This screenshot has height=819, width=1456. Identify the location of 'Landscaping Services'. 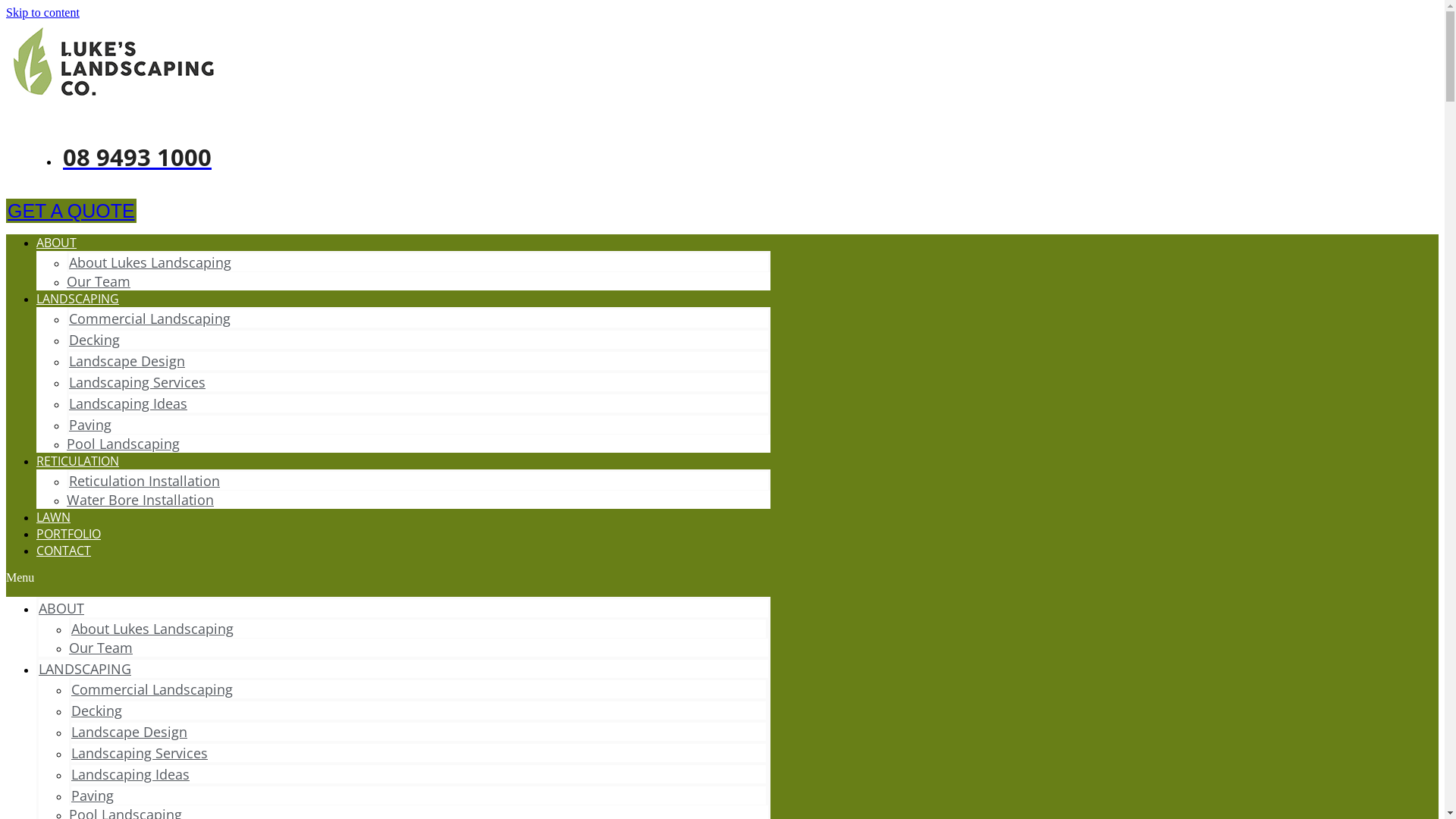
(139, 752).